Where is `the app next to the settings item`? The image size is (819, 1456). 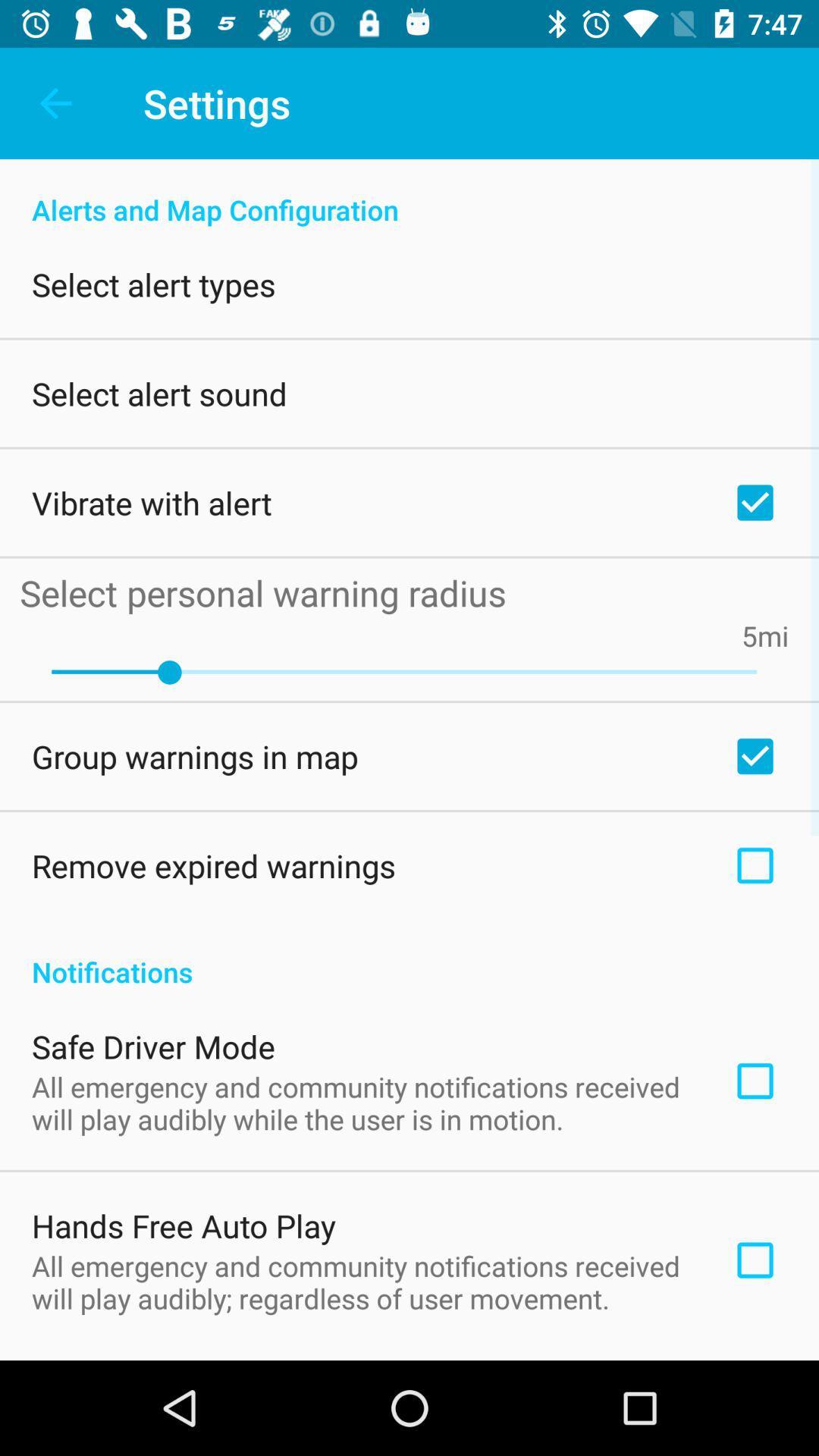 the app next to the settings item is located at coordinates (55, 102).